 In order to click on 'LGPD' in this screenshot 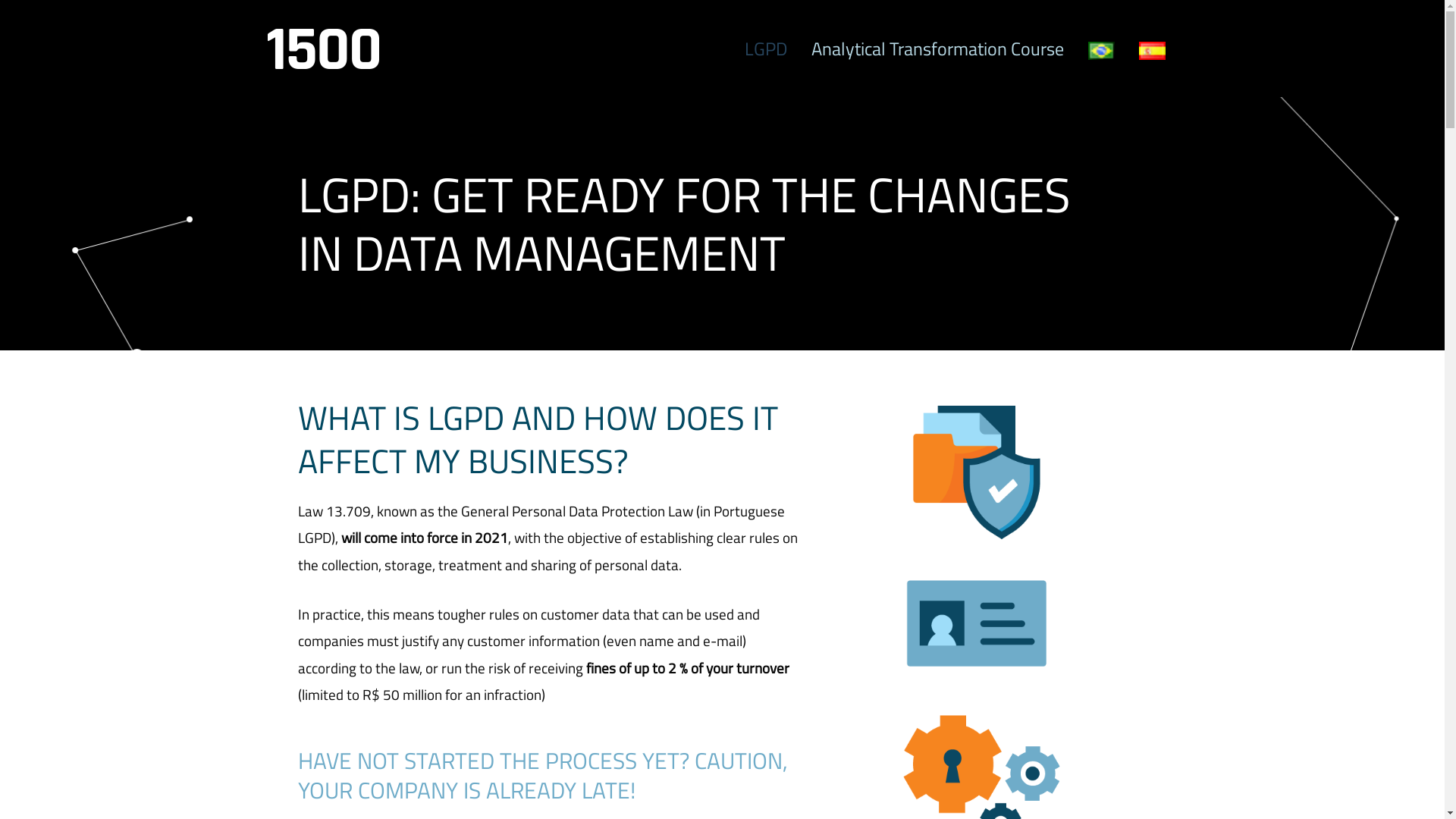, I will do `click(765, 48)`.